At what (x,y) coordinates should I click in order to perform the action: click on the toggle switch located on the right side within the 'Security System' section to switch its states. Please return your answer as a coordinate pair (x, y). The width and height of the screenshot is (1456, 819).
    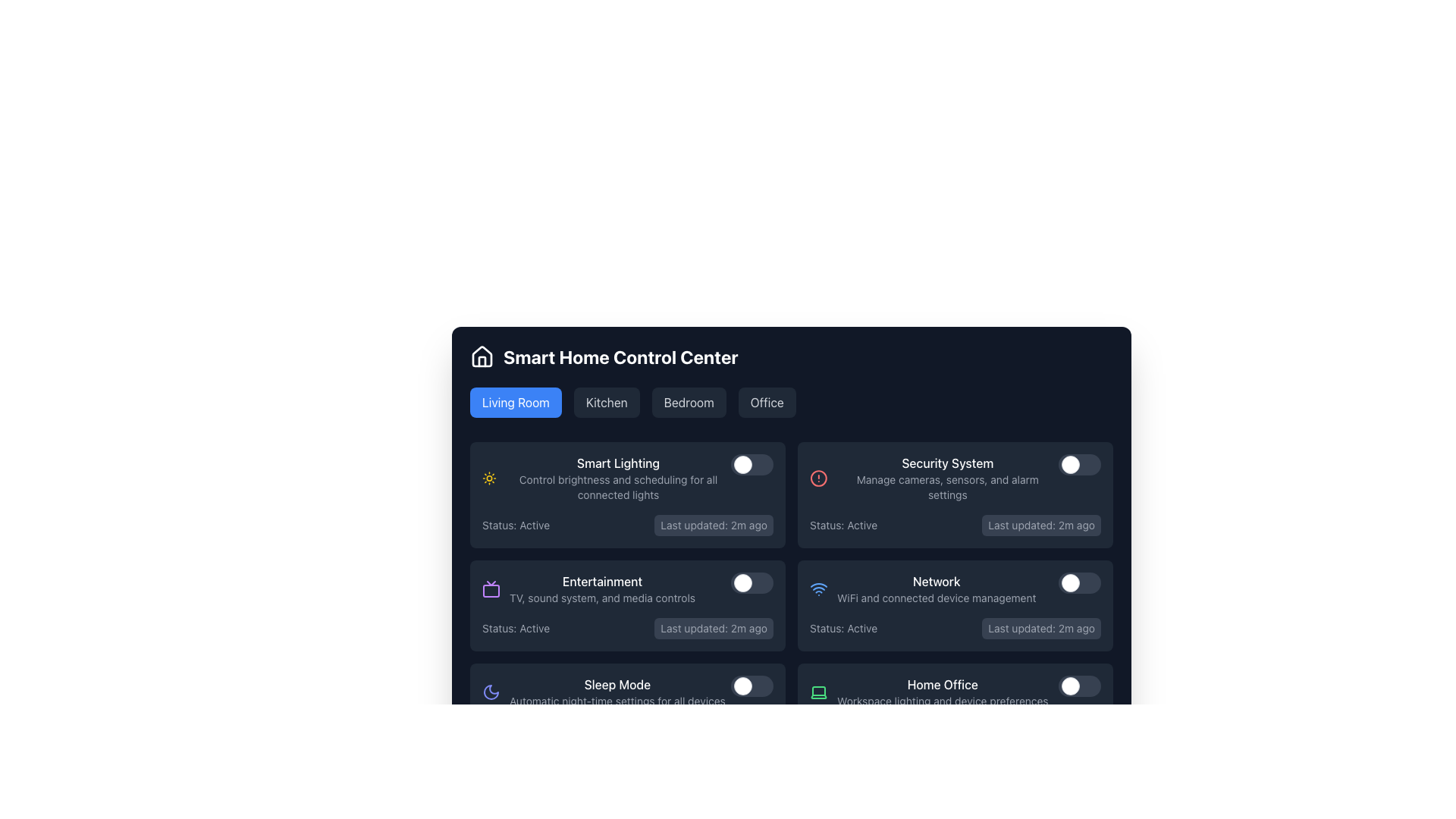
    Looking at the image, I should click on (1079, 464).